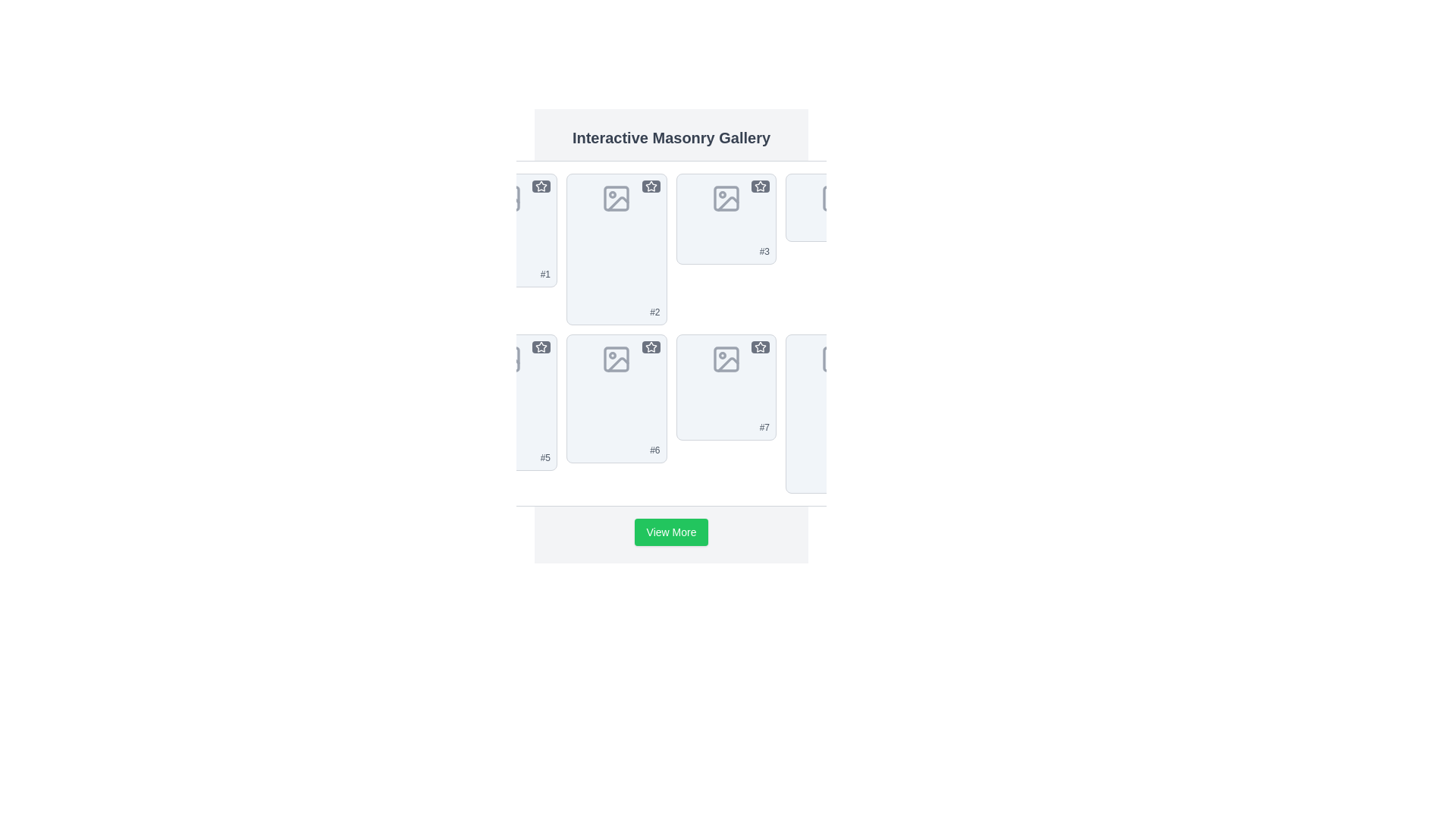 The height and width of the screenshot is (819, 1456). I want to click on the green rectangular button with rounded corners labeled 'View More' to change its appearance, so click(670, 532).